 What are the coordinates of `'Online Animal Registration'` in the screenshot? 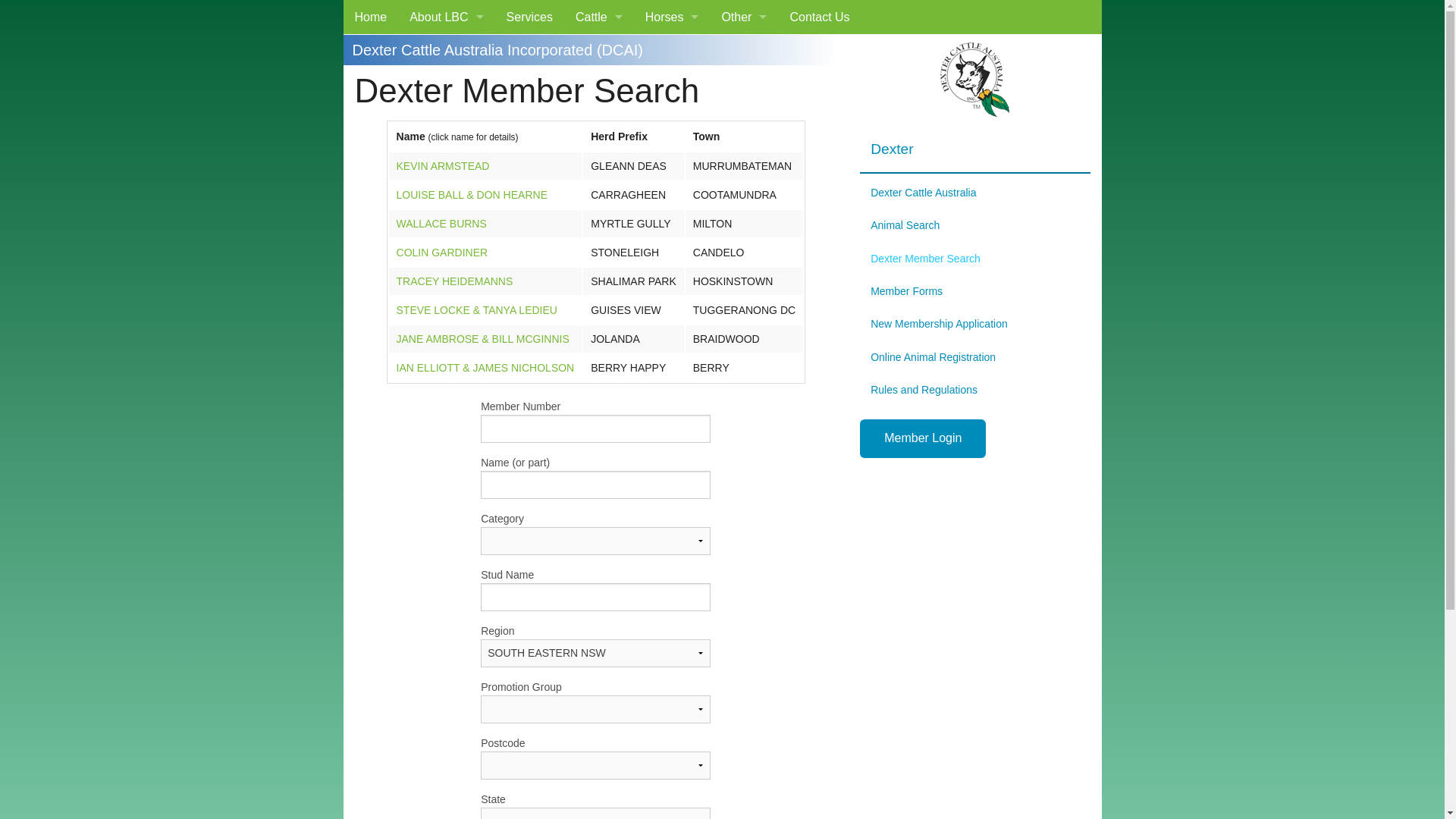 It's located at (974, 356).